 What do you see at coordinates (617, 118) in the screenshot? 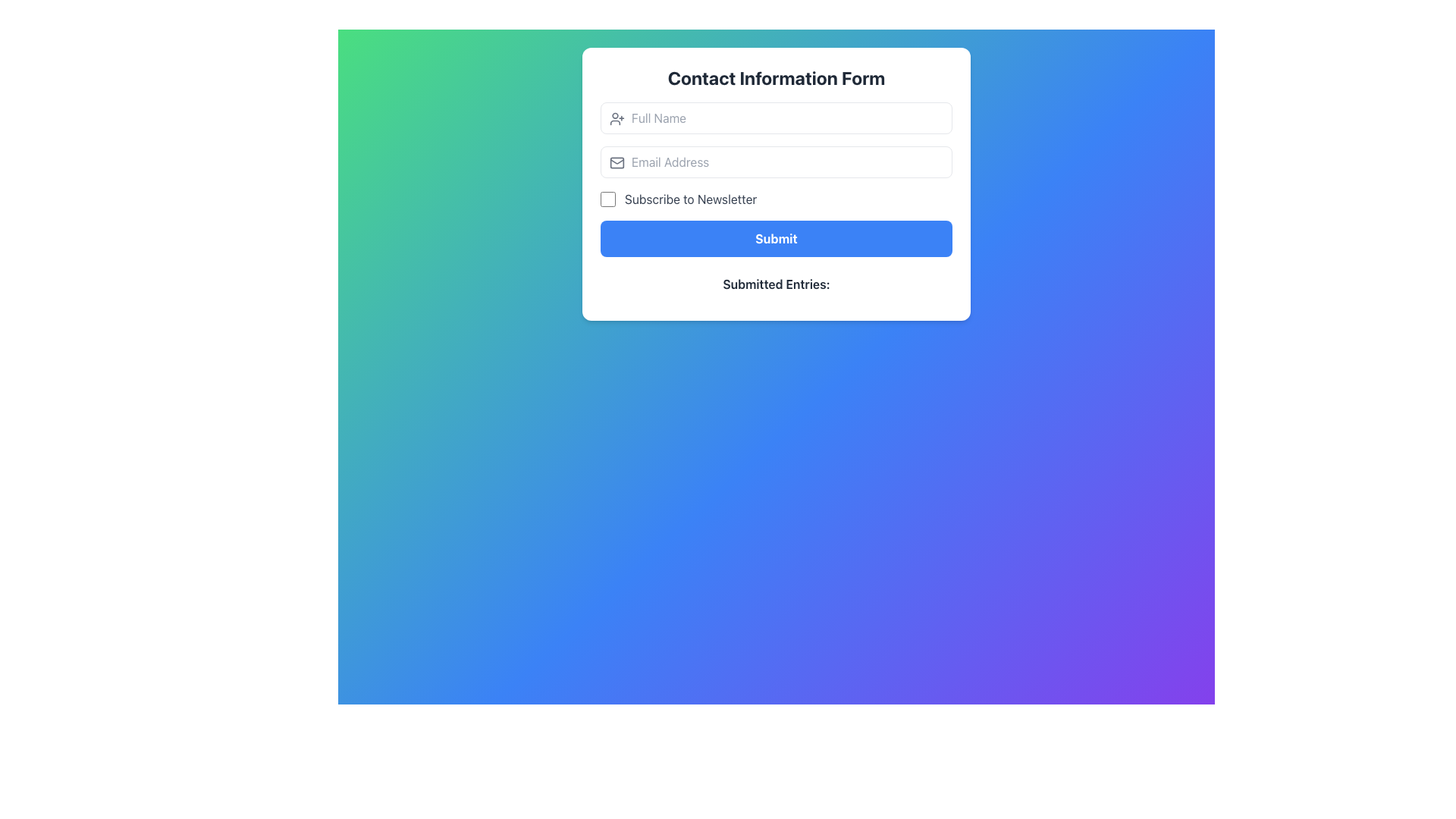
I see `the user icon with a plus sign located inside the 'Full Name' input field, styled in gray and positioned on the left side of the input box` at bounding box center [617, 118].